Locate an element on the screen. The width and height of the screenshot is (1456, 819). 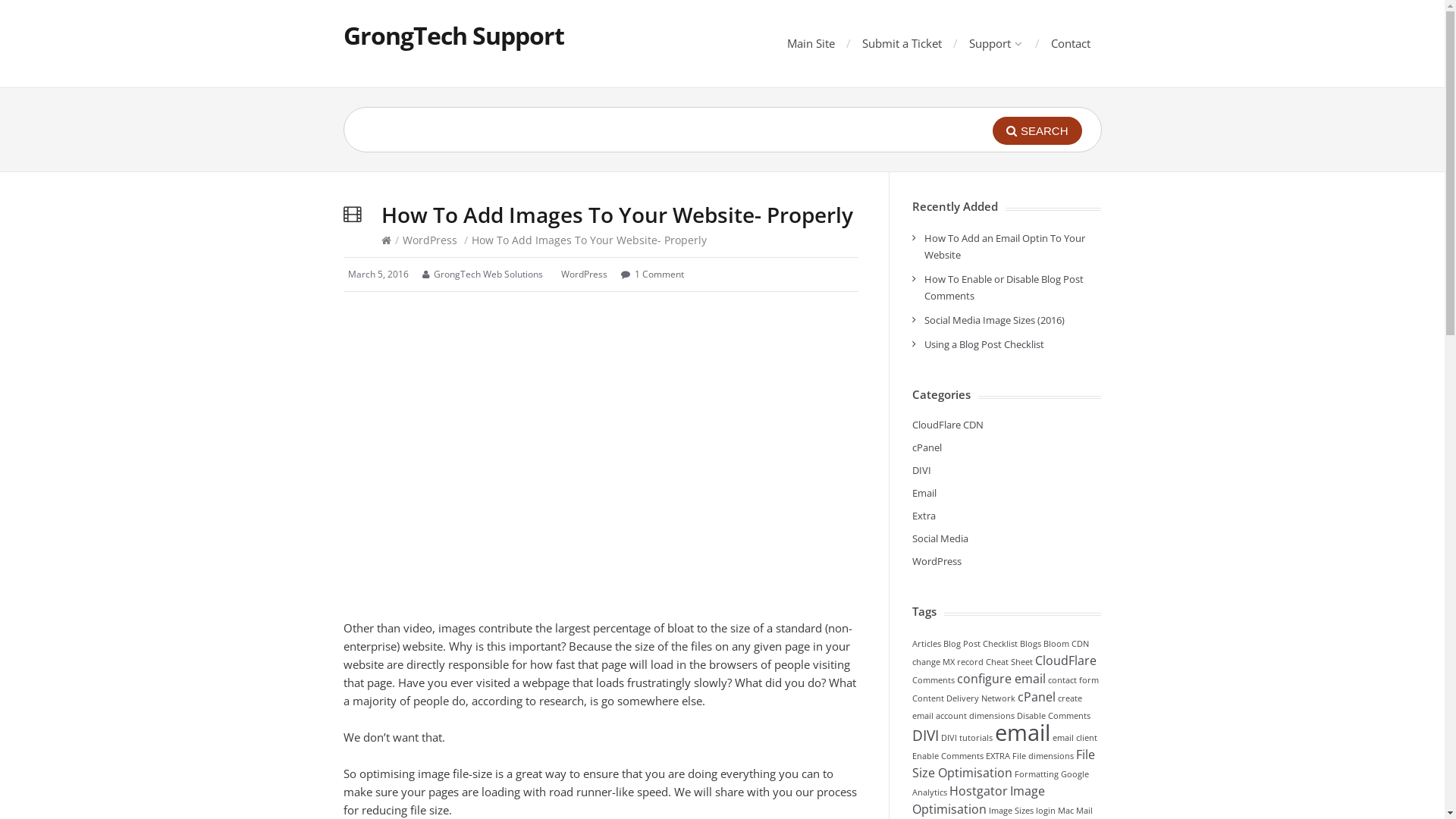
'Mac Mail' is located at coordinates (1073, 809).